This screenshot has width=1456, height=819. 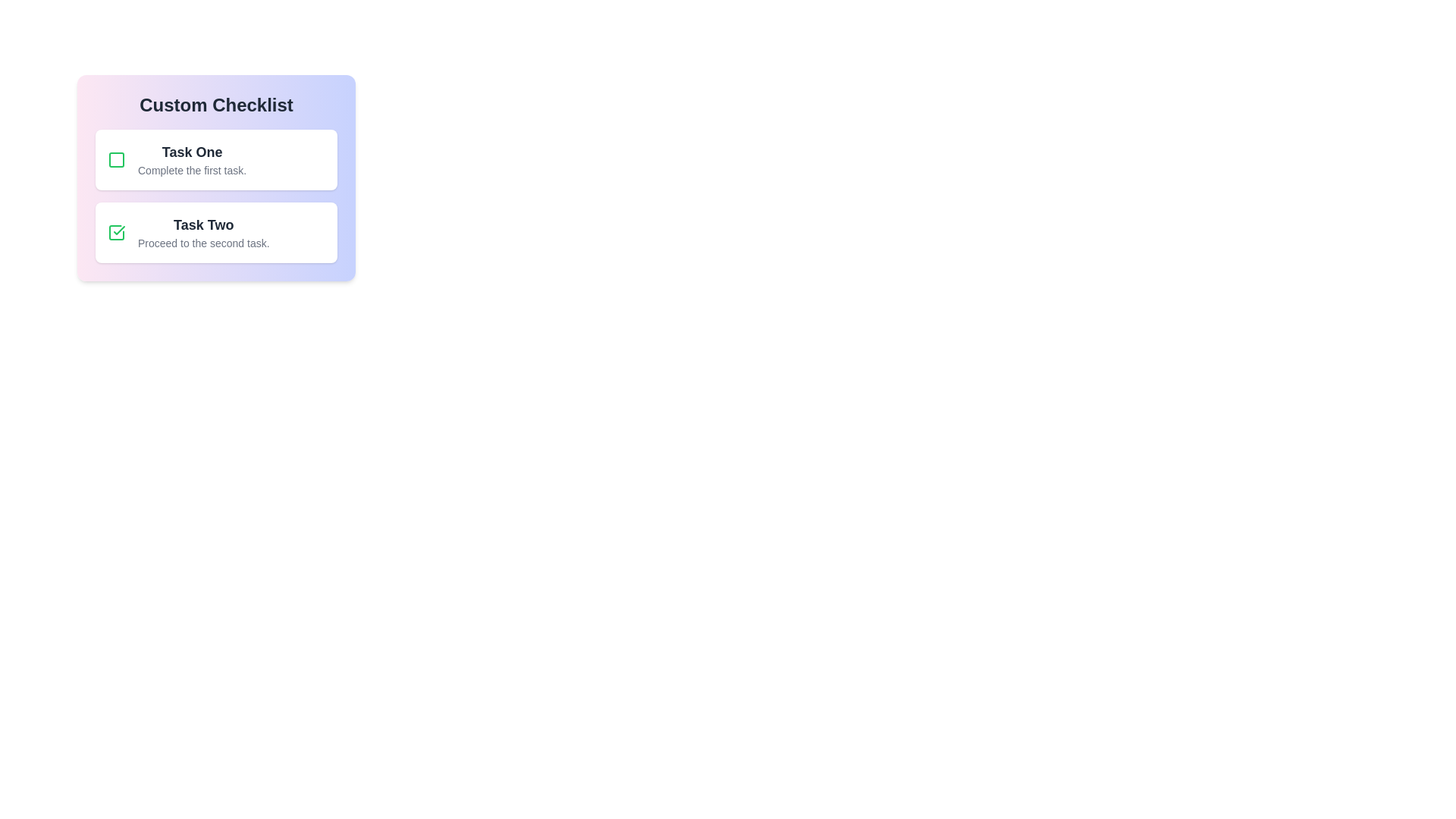 What do you see at coordinates (115, 233) in the screenshot?
I see `the interactive green checkbox with a checkmark icon located on the left side of the 'Task Two' card in the checklist interface` at bounding box center [115, 233].